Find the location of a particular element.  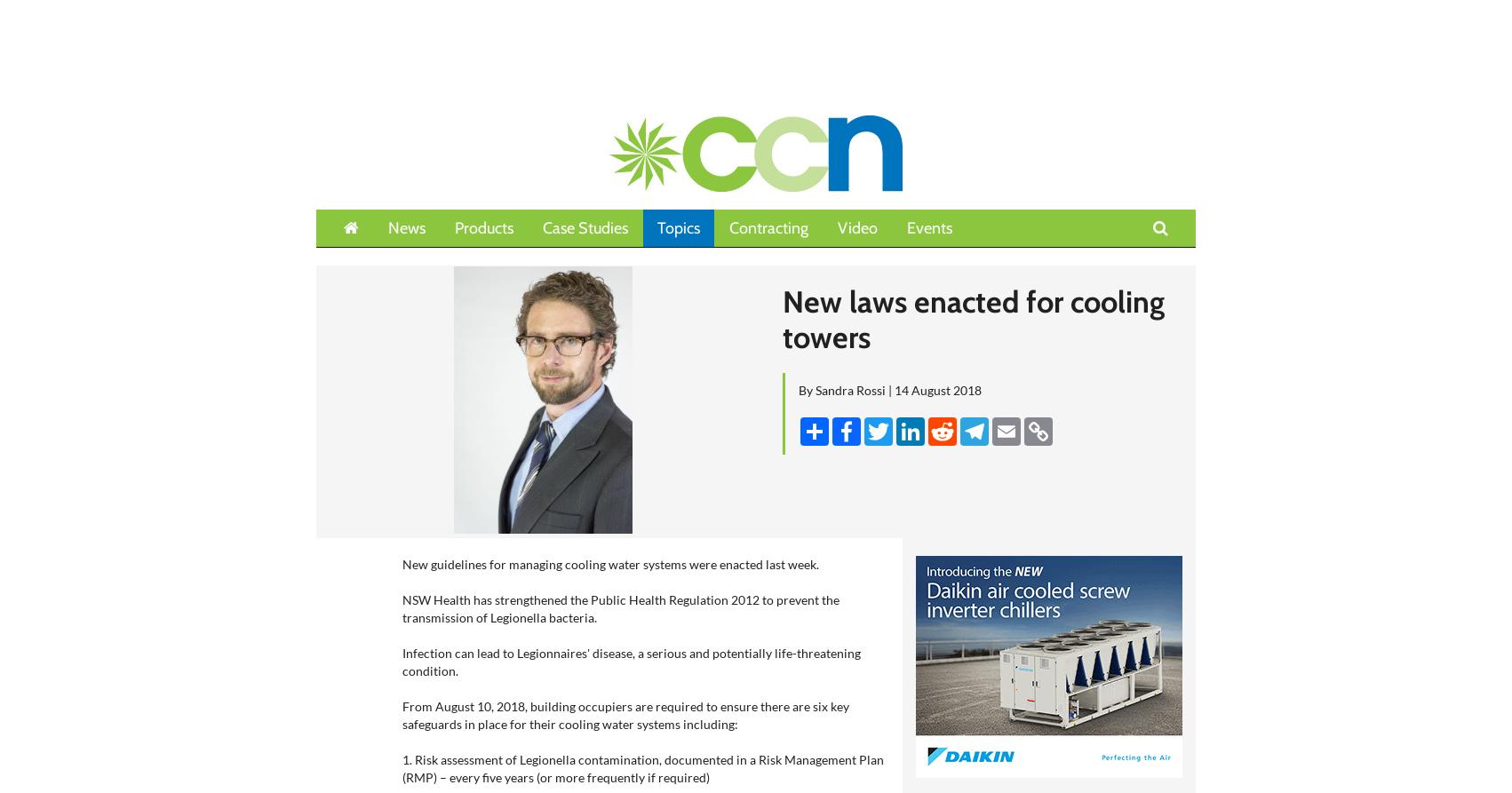

'News' is located at coordinates (406, 227).